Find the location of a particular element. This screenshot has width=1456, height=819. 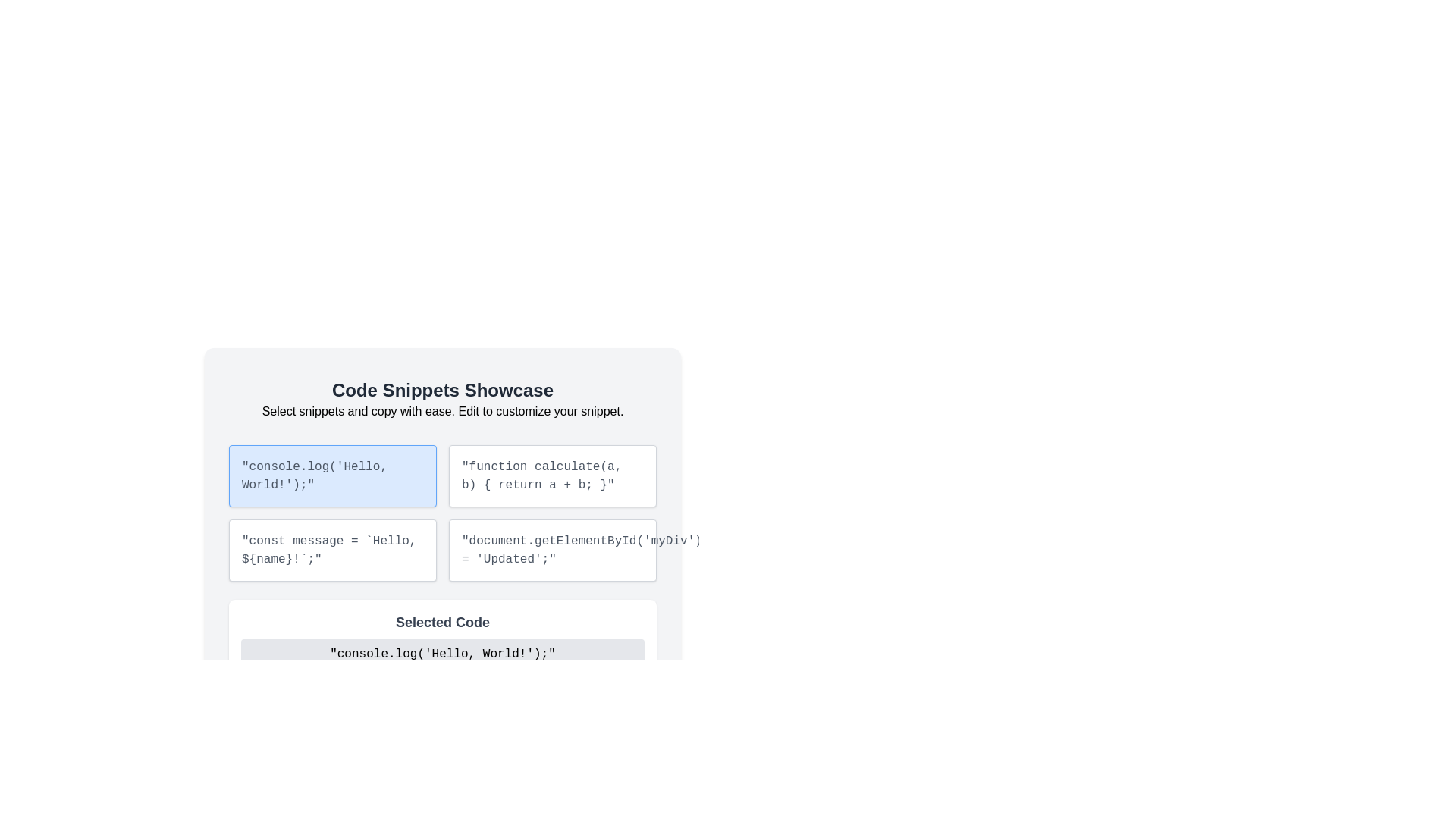

subtitle of the Text label that serves as a header section for the interface, which is located above a grid displaying code snippets is located at coordinates (442, 399).